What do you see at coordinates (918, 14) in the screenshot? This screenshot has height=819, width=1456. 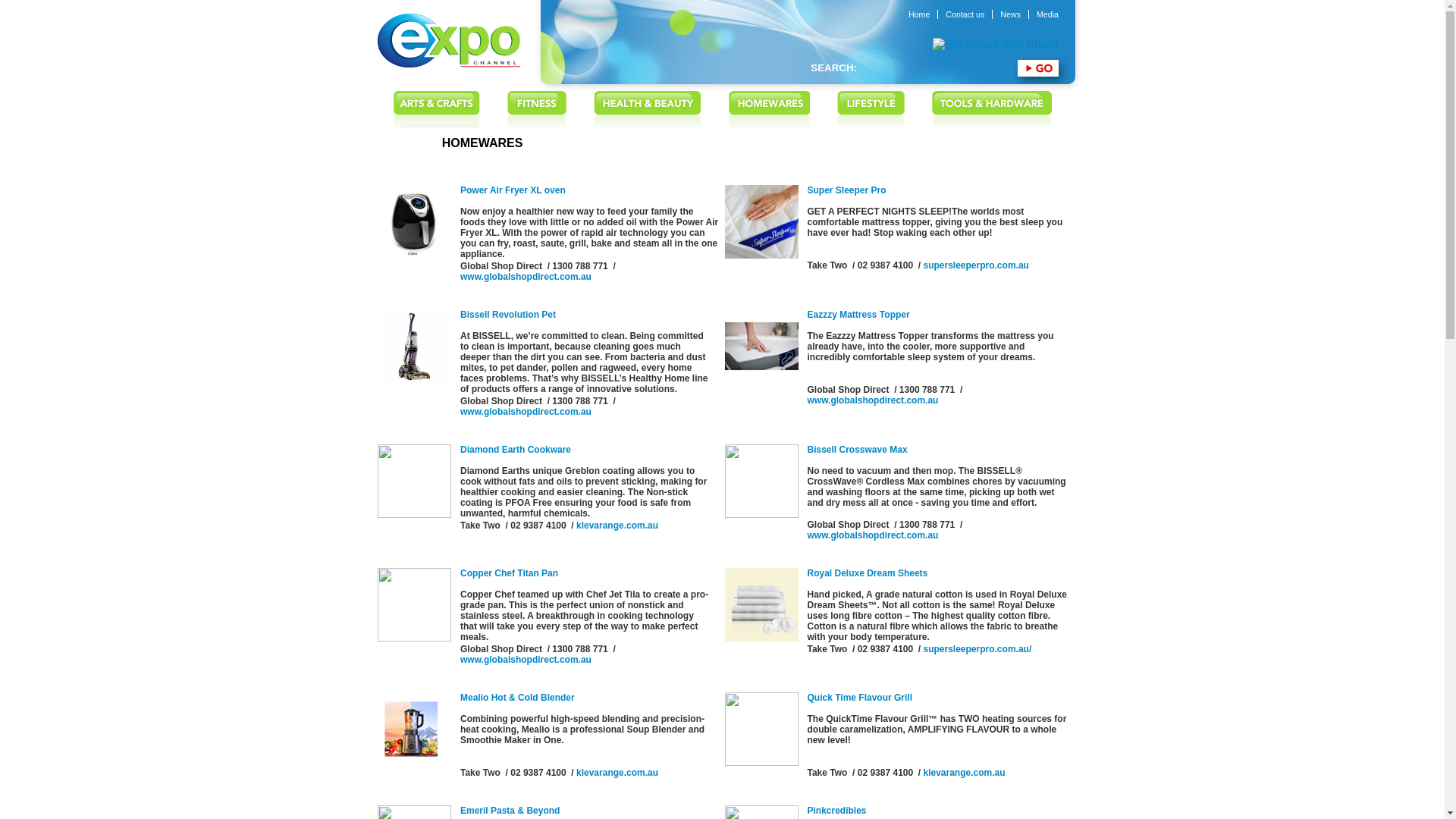 I see `'Home'` at bounding box center [918, 14].